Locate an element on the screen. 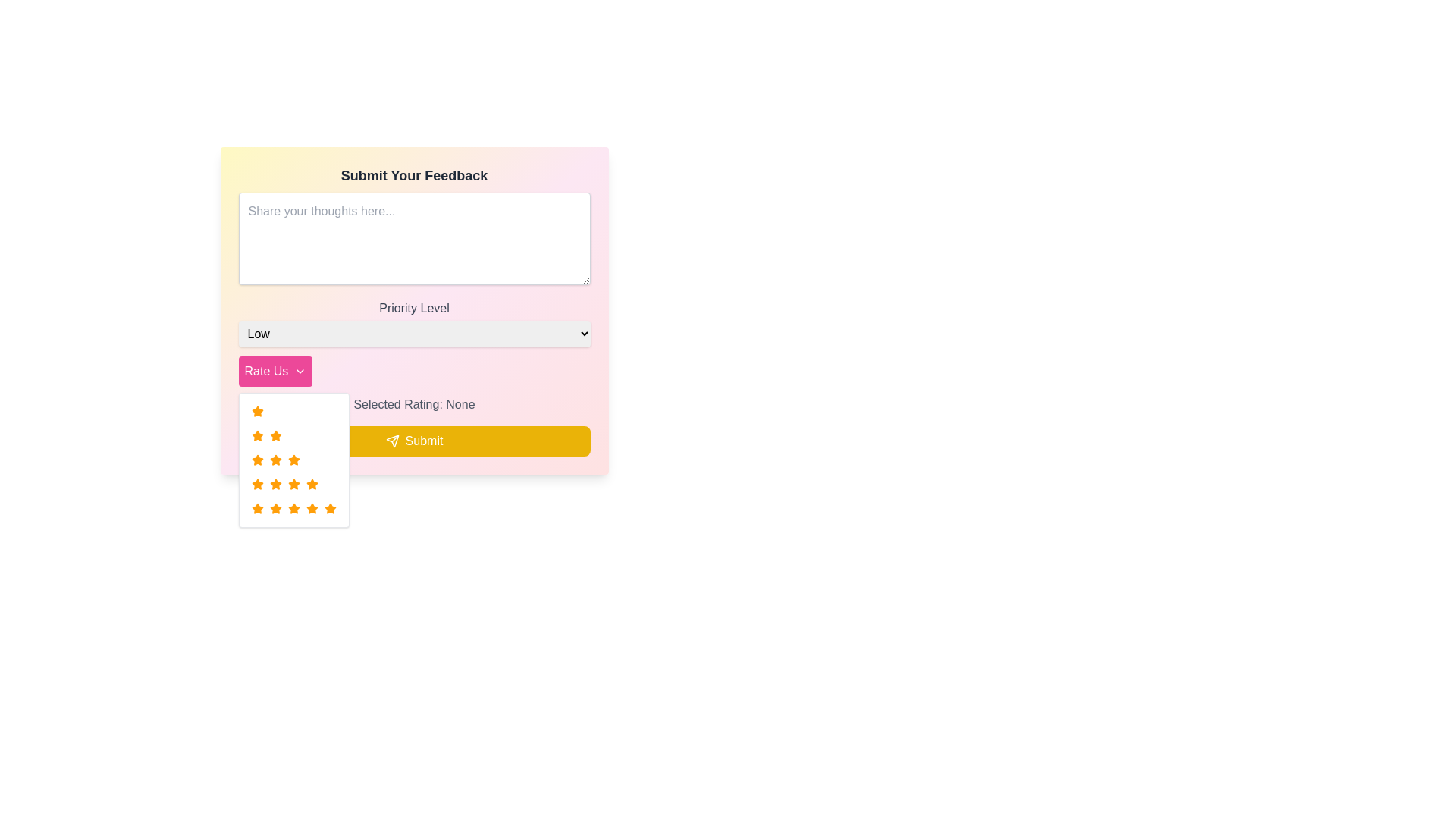 This screenshot has height=819, width=1456. the sixth star in the second row of the star rating dropdown under the 'Rate Us' button is located at coordinates (311, 509).